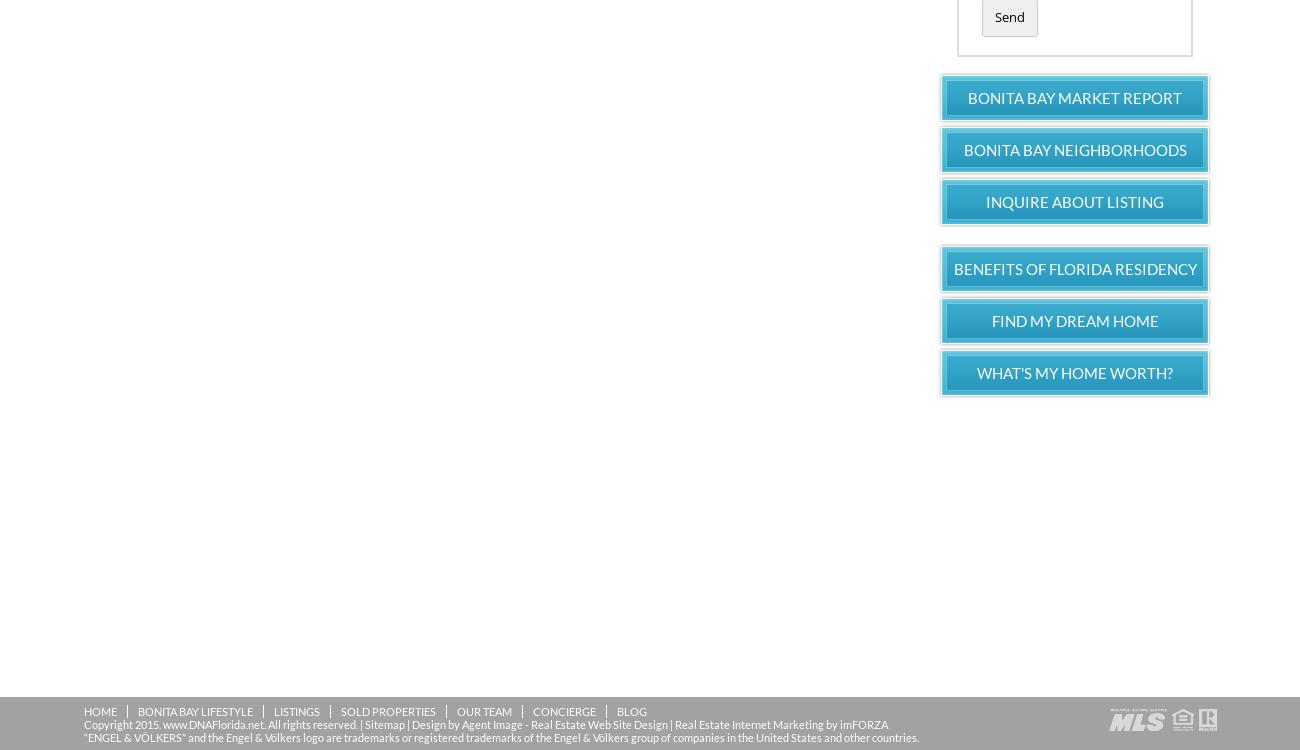 The width and height of the screenshot is (1300, 750). I want to click on 'Bonita Bay Market Report', so click(967, 95).